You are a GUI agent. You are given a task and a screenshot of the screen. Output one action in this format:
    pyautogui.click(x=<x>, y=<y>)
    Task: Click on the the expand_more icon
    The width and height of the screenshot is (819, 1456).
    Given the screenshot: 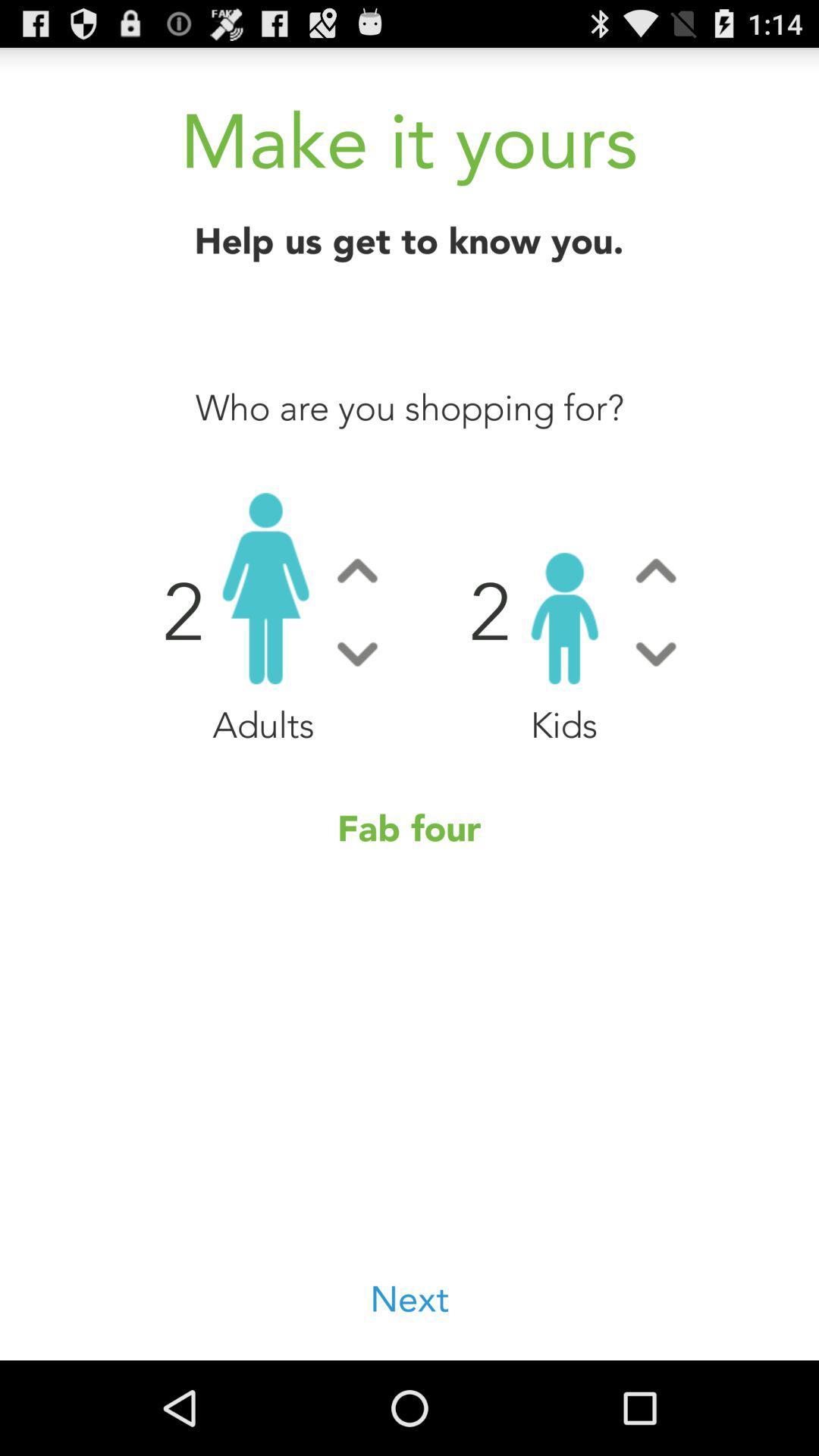 What is the action you would take?
    pyautogui.click(x=655, y=699)
    